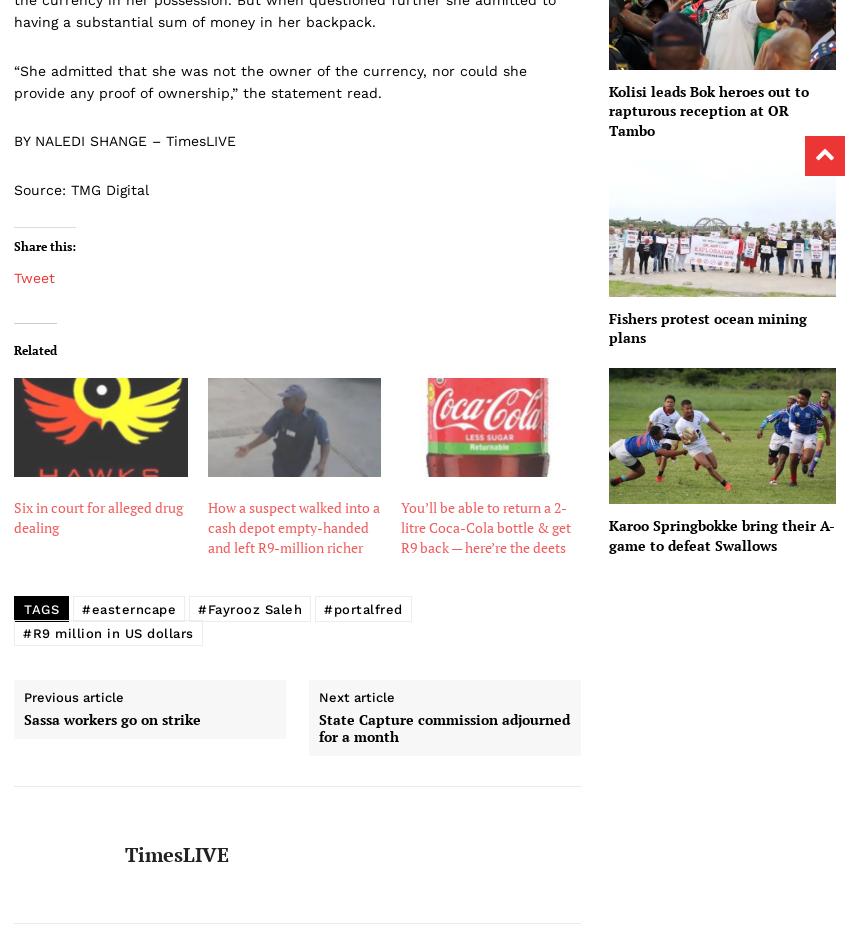 This screenshot has width=850, height=945. What do you see at coordinates (706, 327) in the screenshot?
I see `'Fishers protest ocean mining plans'` at bounding box center [706, 327].